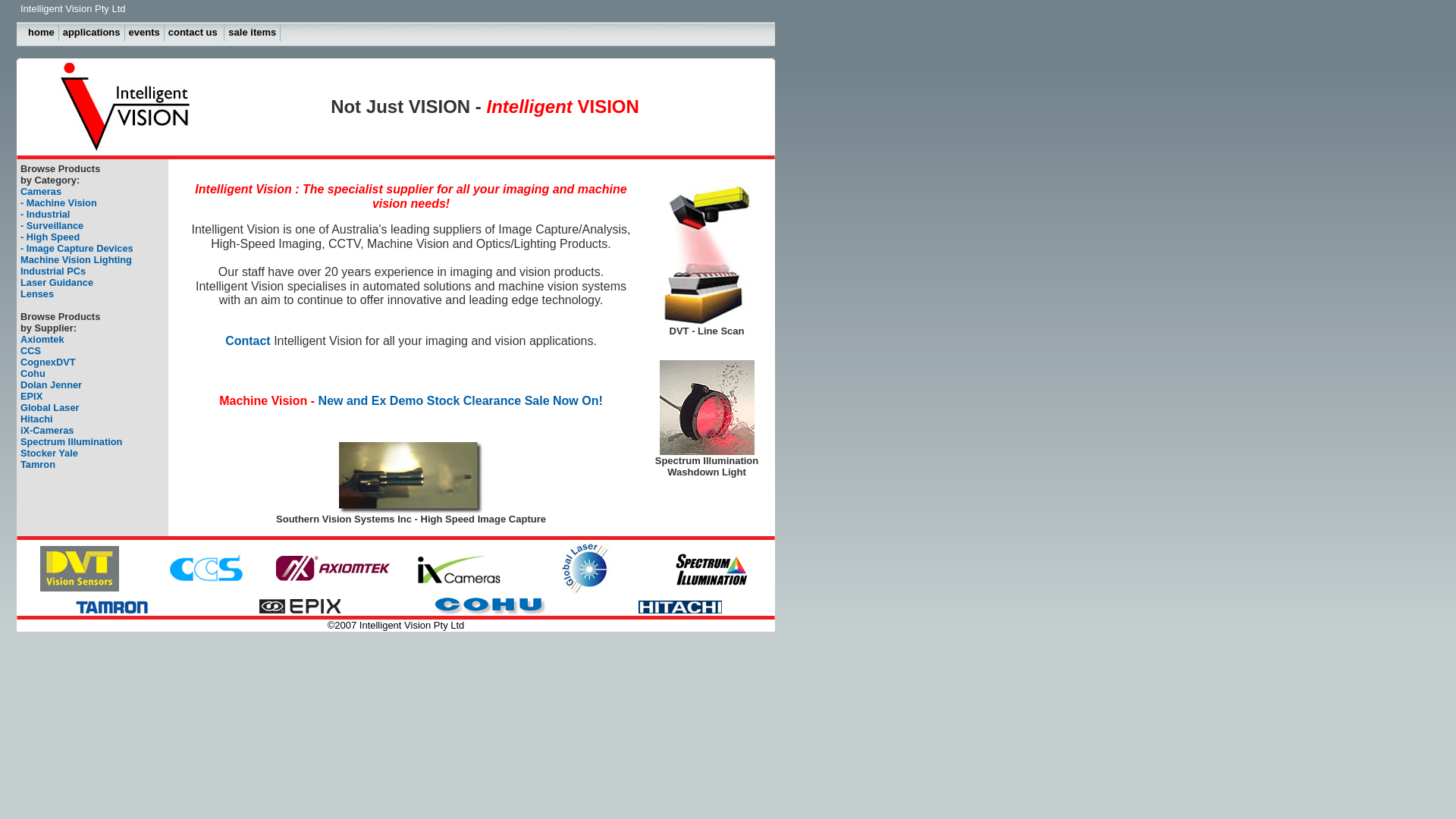  What do you see at coordinates (20, 270) in the screenshot?
I see `'Industrial PCs'` at bounding box center [20, 270].